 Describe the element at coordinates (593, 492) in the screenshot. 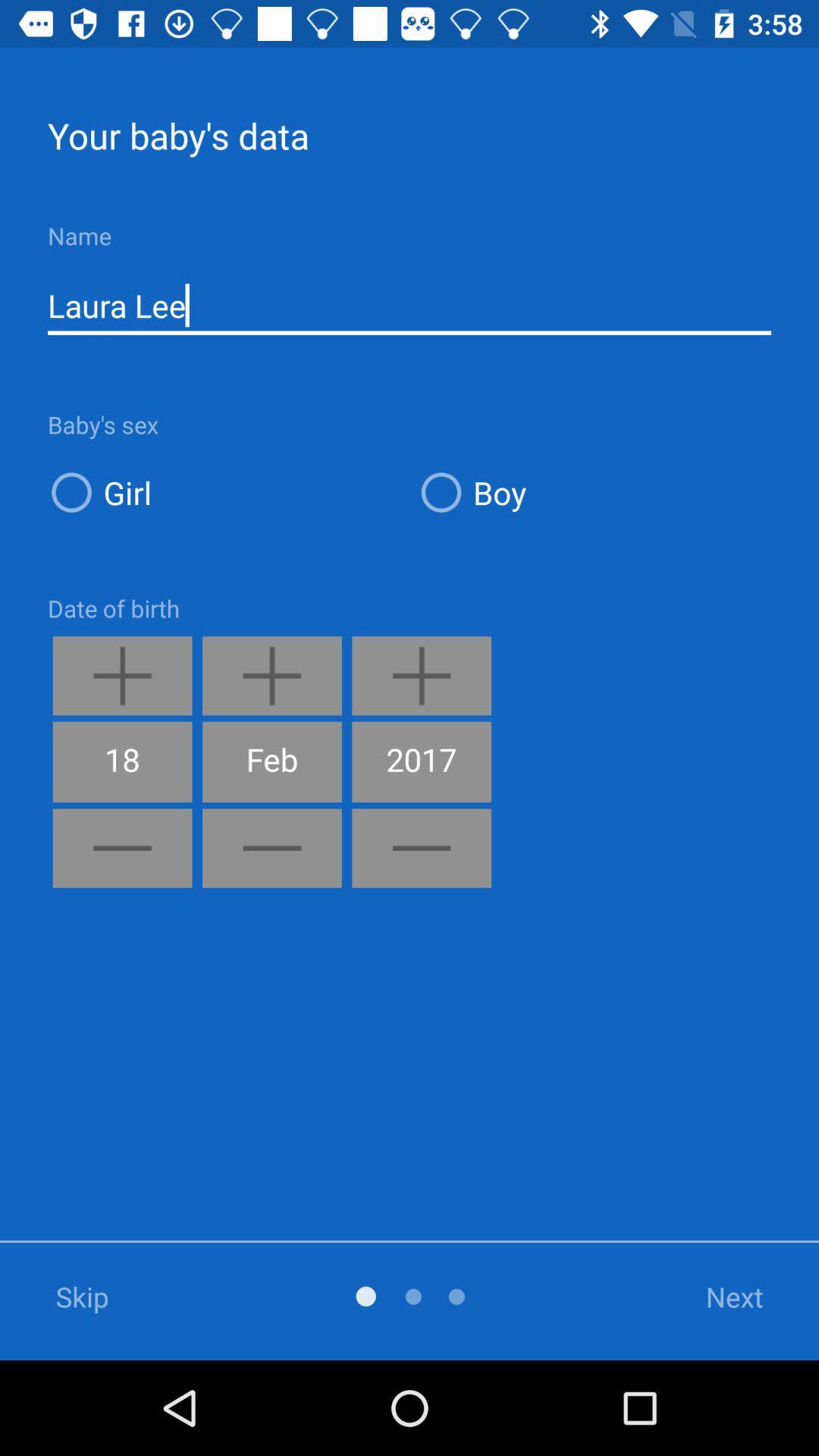

I see `the icon on the right` at that location.